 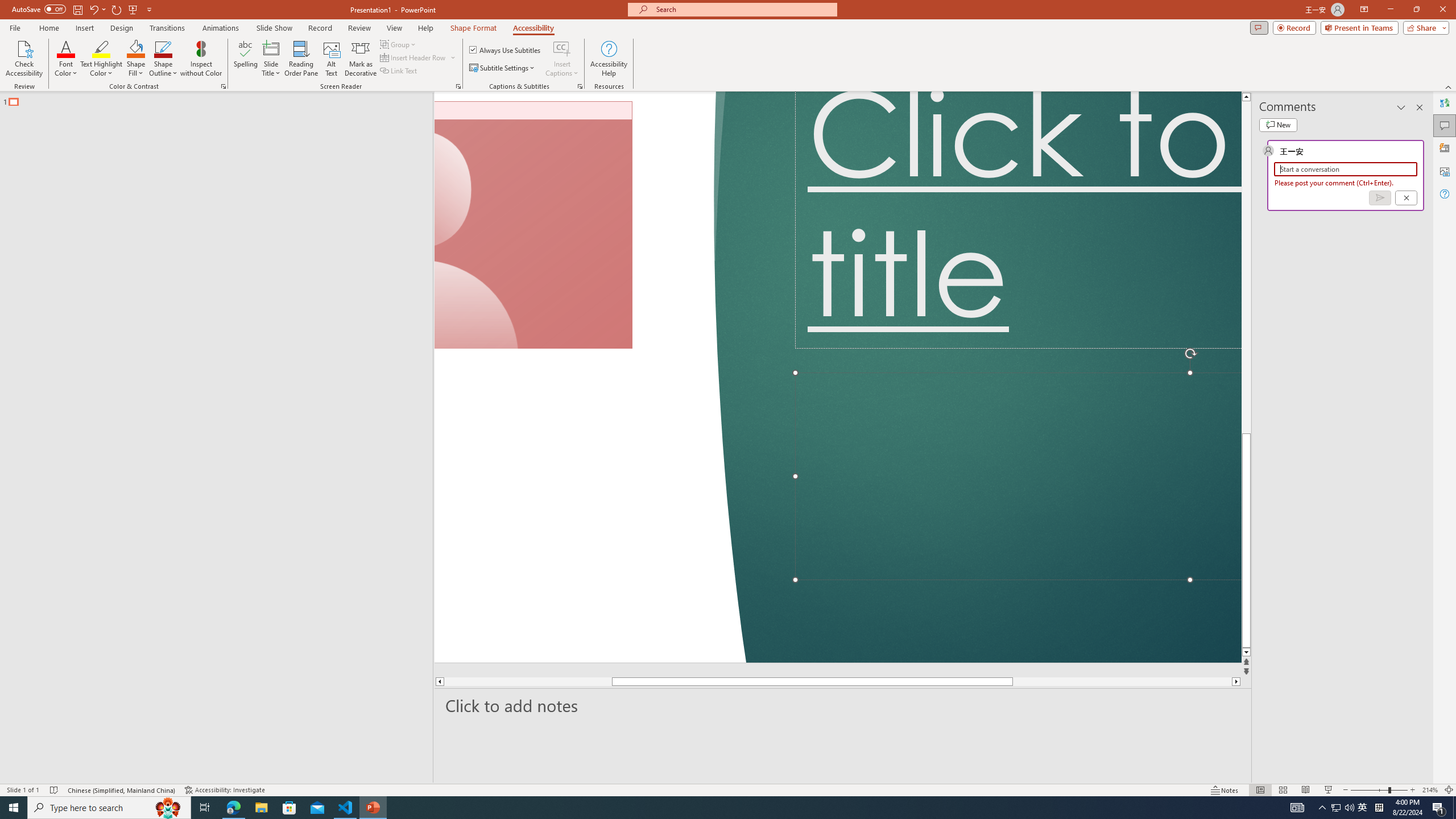 I want to click on 'Share', so click(x=1415, y=48).